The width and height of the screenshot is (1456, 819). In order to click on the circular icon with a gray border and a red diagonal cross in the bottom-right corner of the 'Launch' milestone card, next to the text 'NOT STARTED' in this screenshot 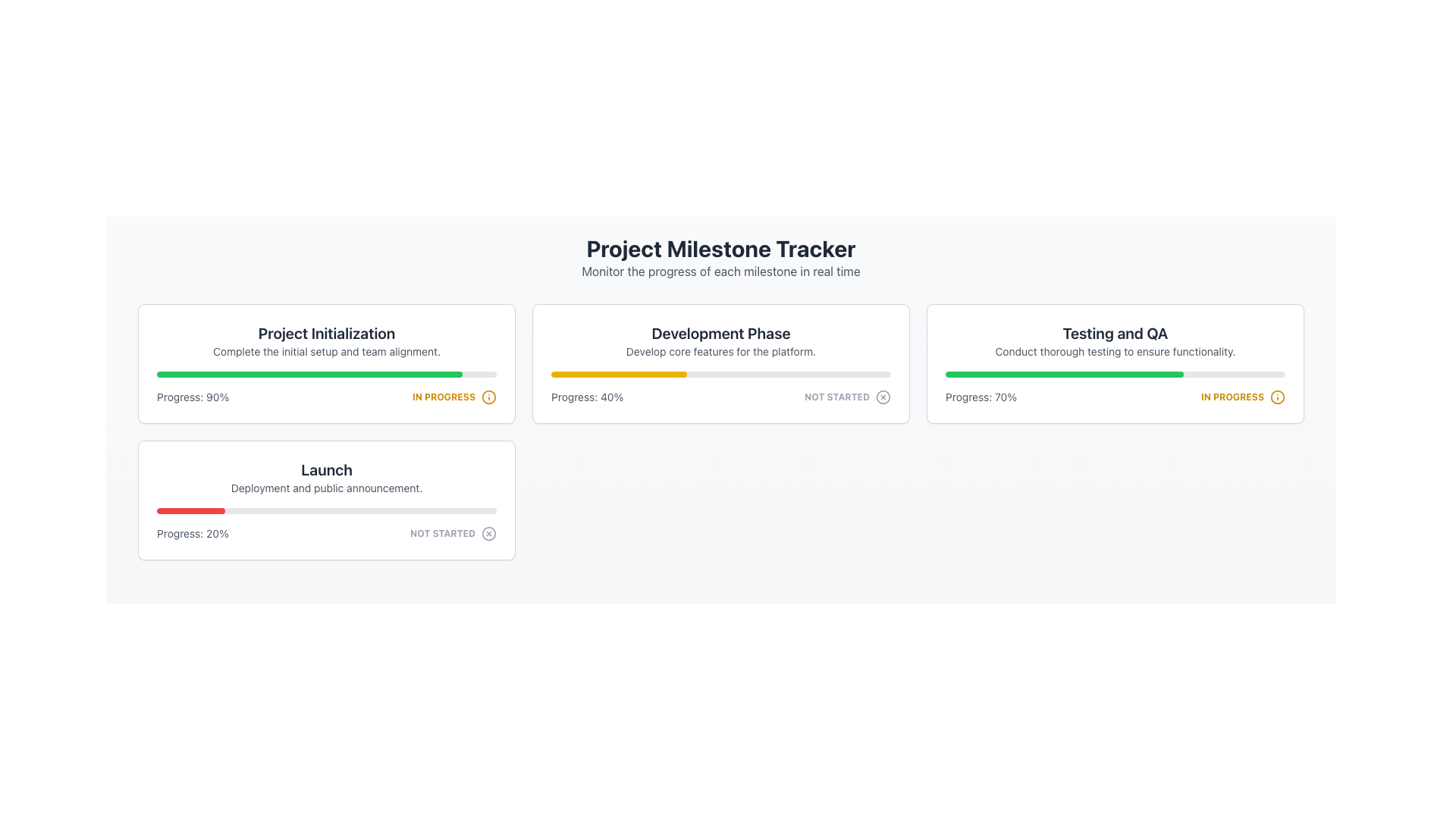, I will do `click(488, 533)`.